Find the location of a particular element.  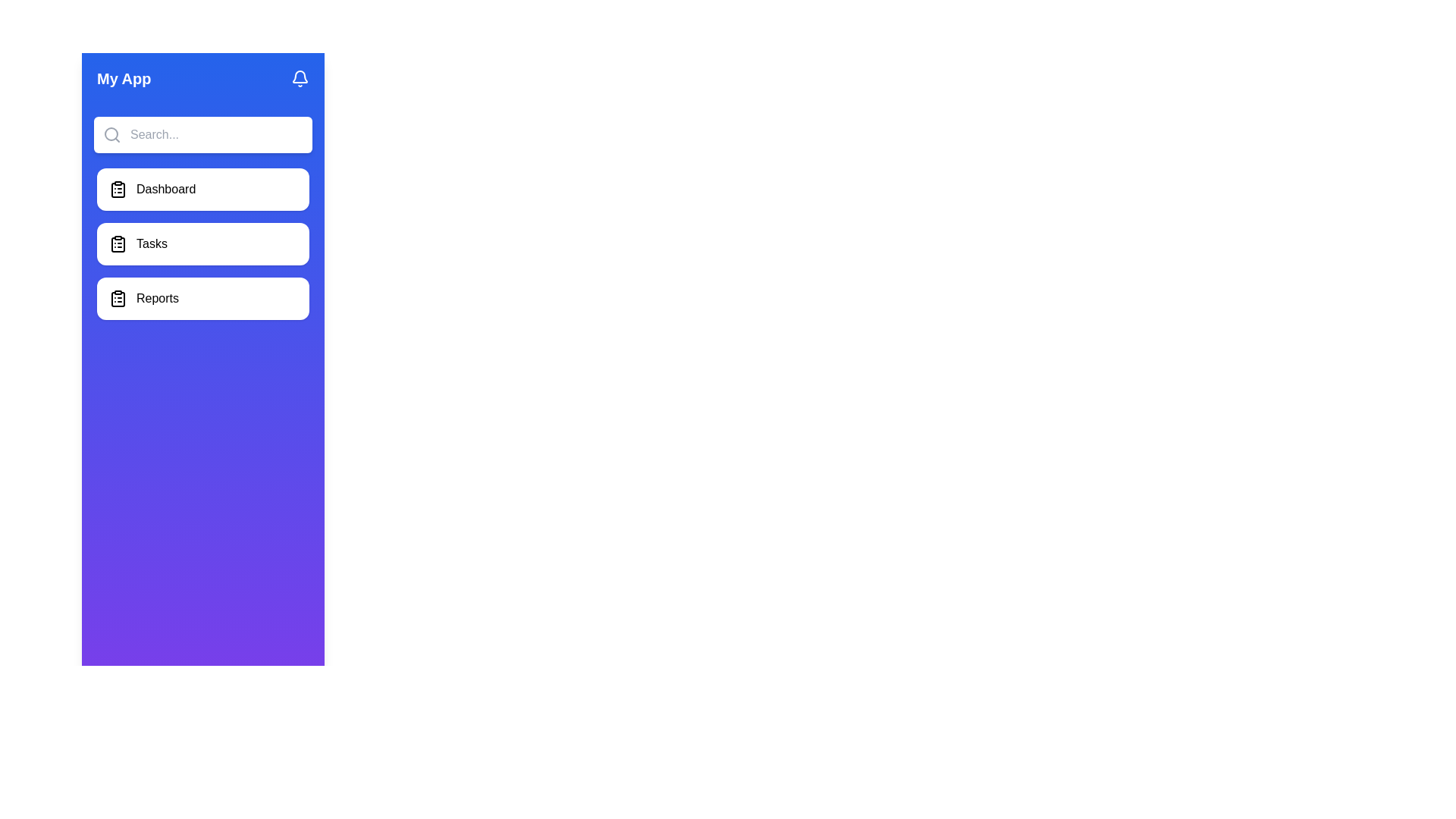

the list item labeled Dashboard is located at coordinates (202, 189).